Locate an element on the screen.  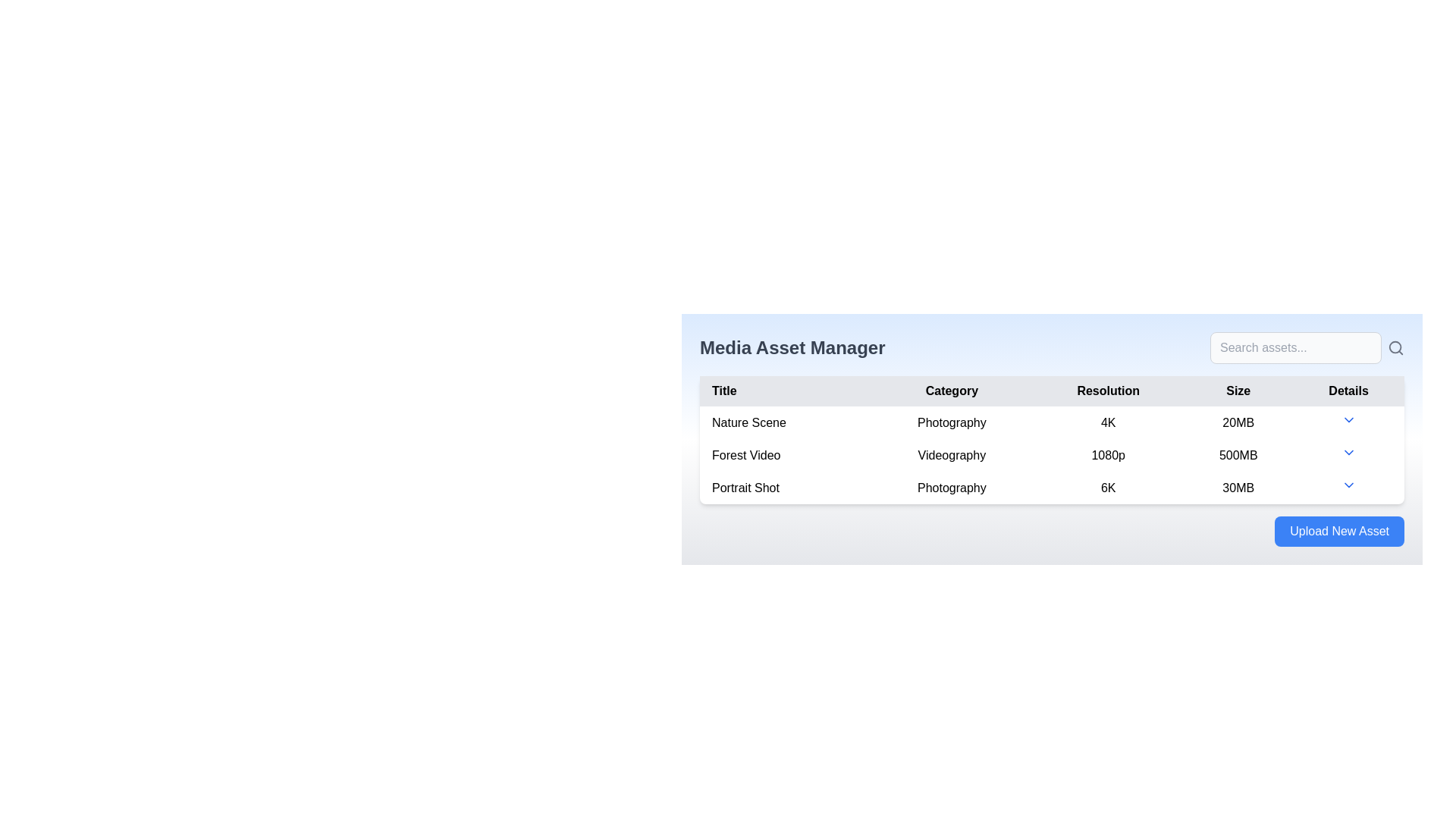
the informational text element that indicates the size of a media asset in megabytes (MB), located in the fourth column of the first row of the table, to the right of '4K' and to the left of an empty field with a blue-colored interactive icon is located at coordinates (1238, 422).